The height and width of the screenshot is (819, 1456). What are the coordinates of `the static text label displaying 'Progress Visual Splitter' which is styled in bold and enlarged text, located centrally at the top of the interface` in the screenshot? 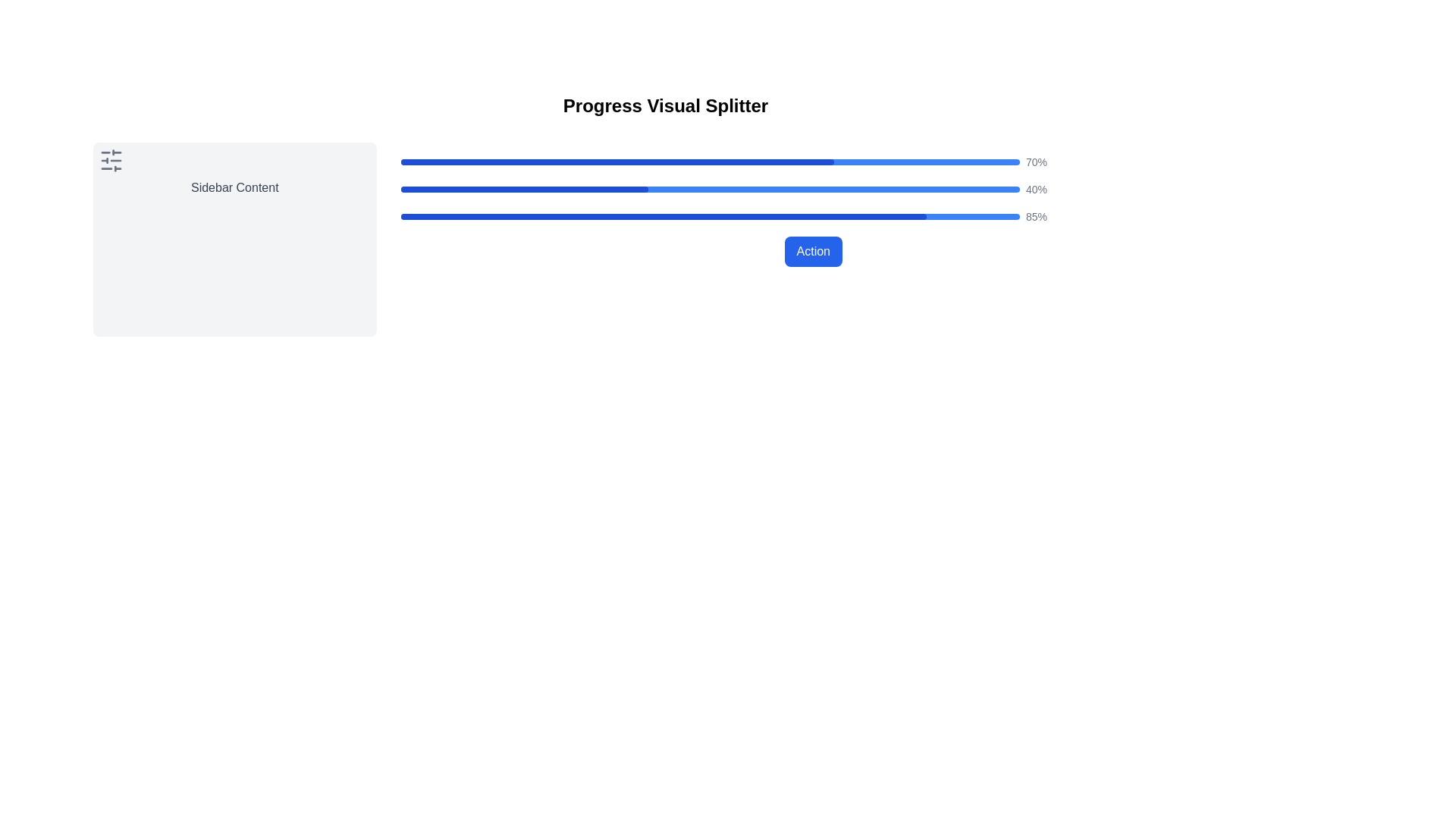 It's located at (666, 105).